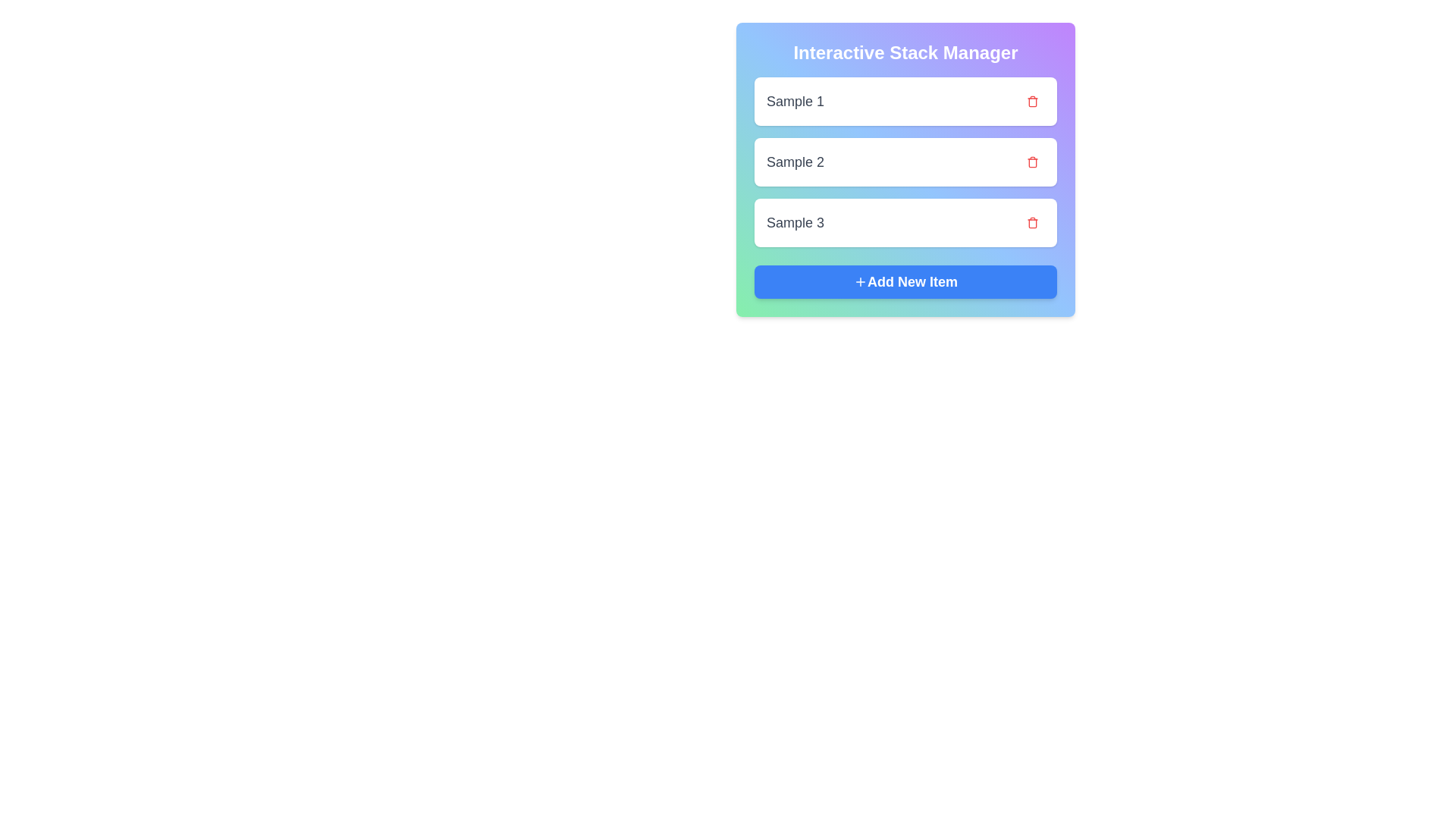 The image size is (1456, 819). Describe the element at coordinates (1032, 222) in the screenshot. I see `the delete icon button adjacent to the text 'Sample 3'` at that location.